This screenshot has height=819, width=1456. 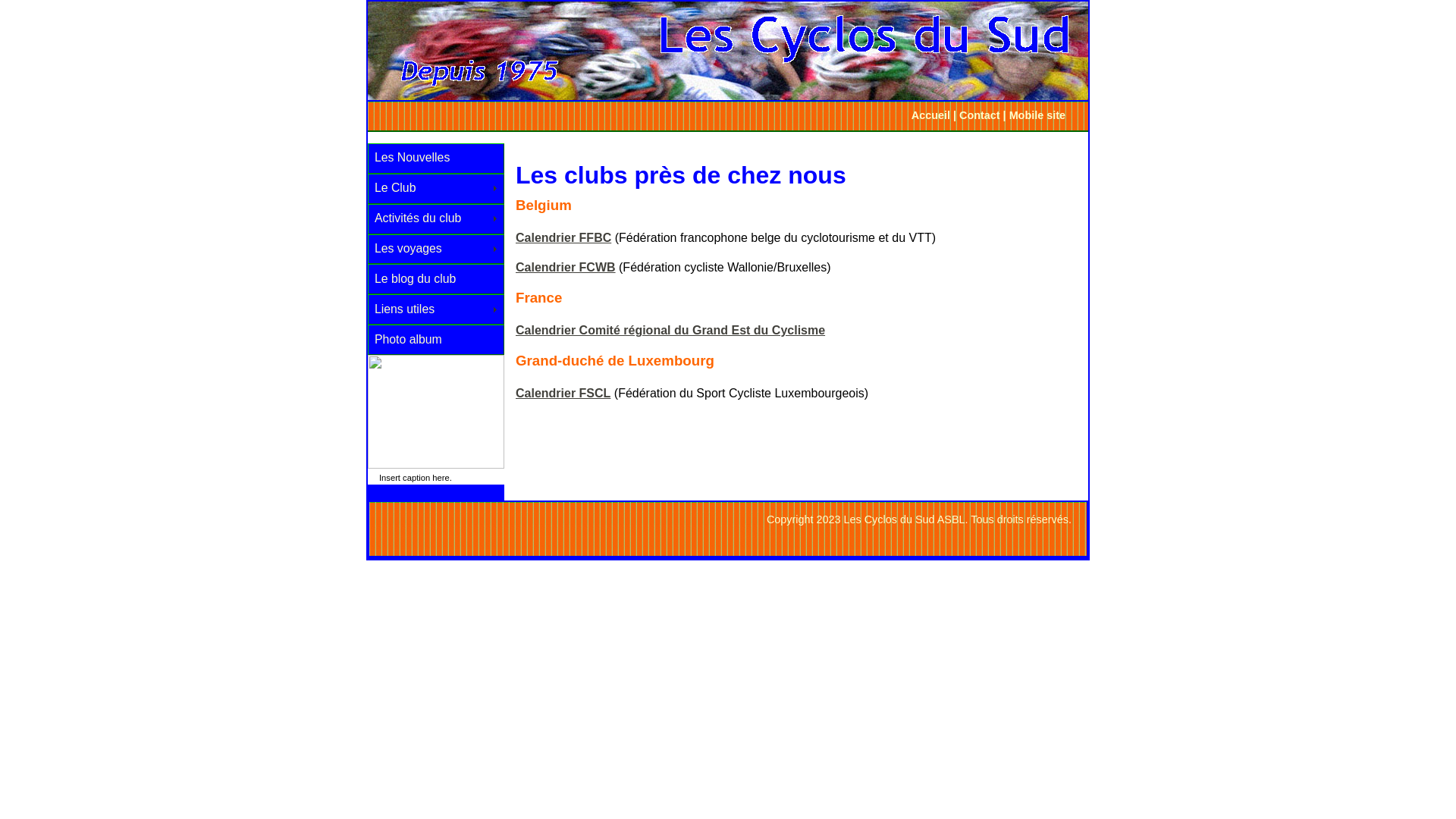 I want to click on 'Les voyages', so click(x=435, y=247).